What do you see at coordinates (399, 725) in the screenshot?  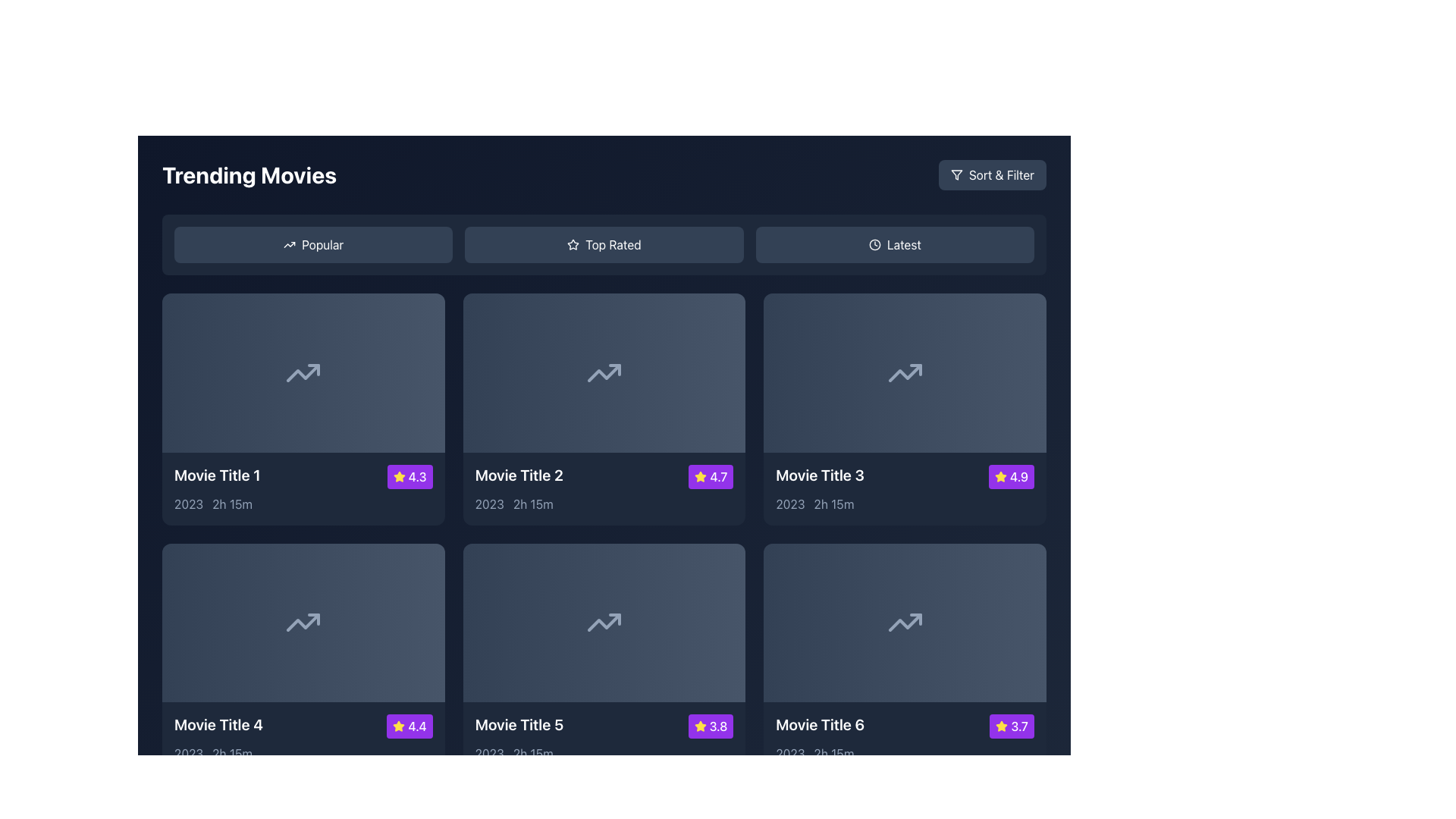 I see `the star-shaped yellow icon located next to the purple box containing the rating number '4.4' for 'Movie Title 4'` at bounding box center [399, 725].